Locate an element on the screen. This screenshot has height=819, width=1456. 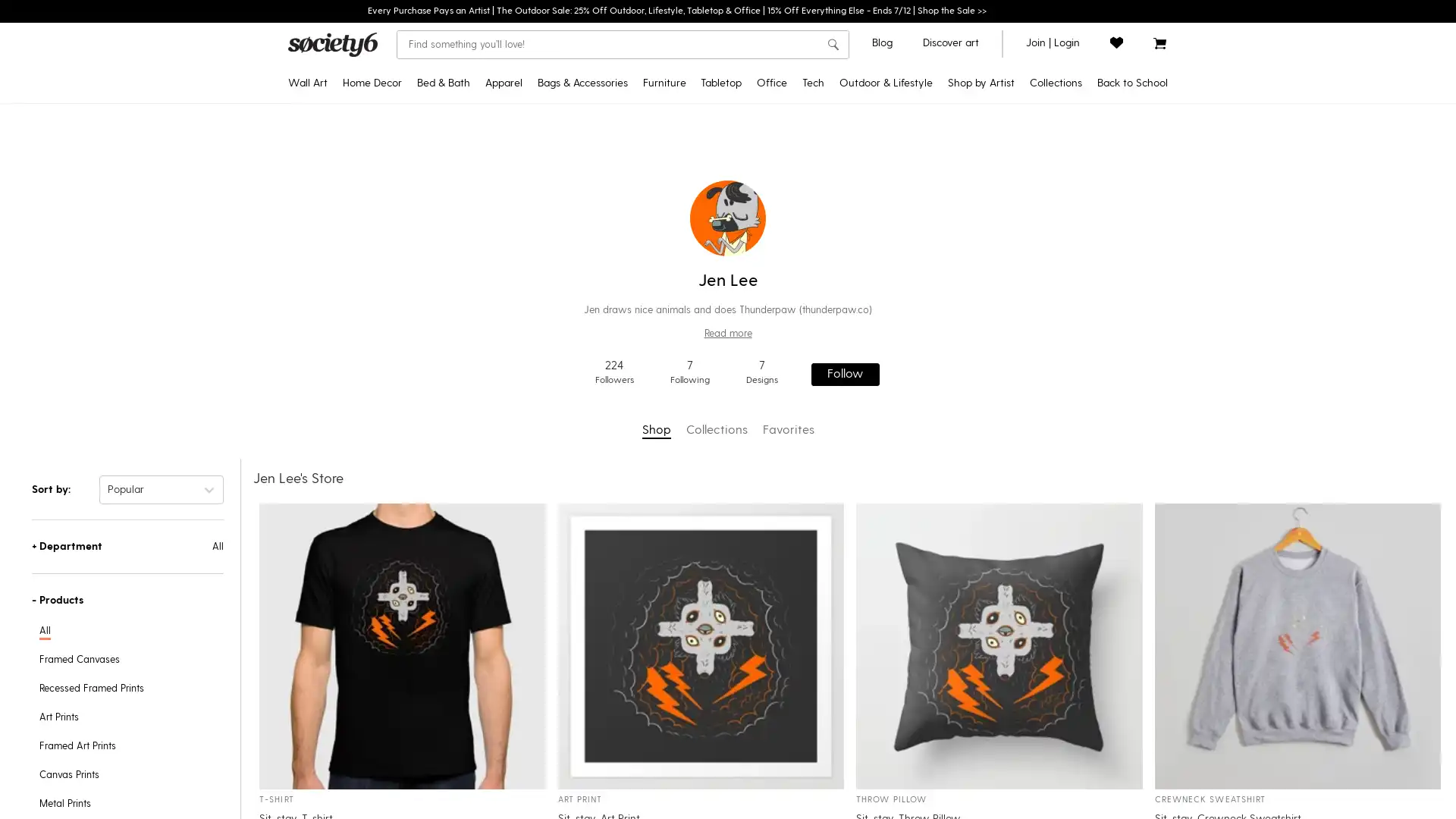
Rectangular Pillows is located at coordinates (400, 170).